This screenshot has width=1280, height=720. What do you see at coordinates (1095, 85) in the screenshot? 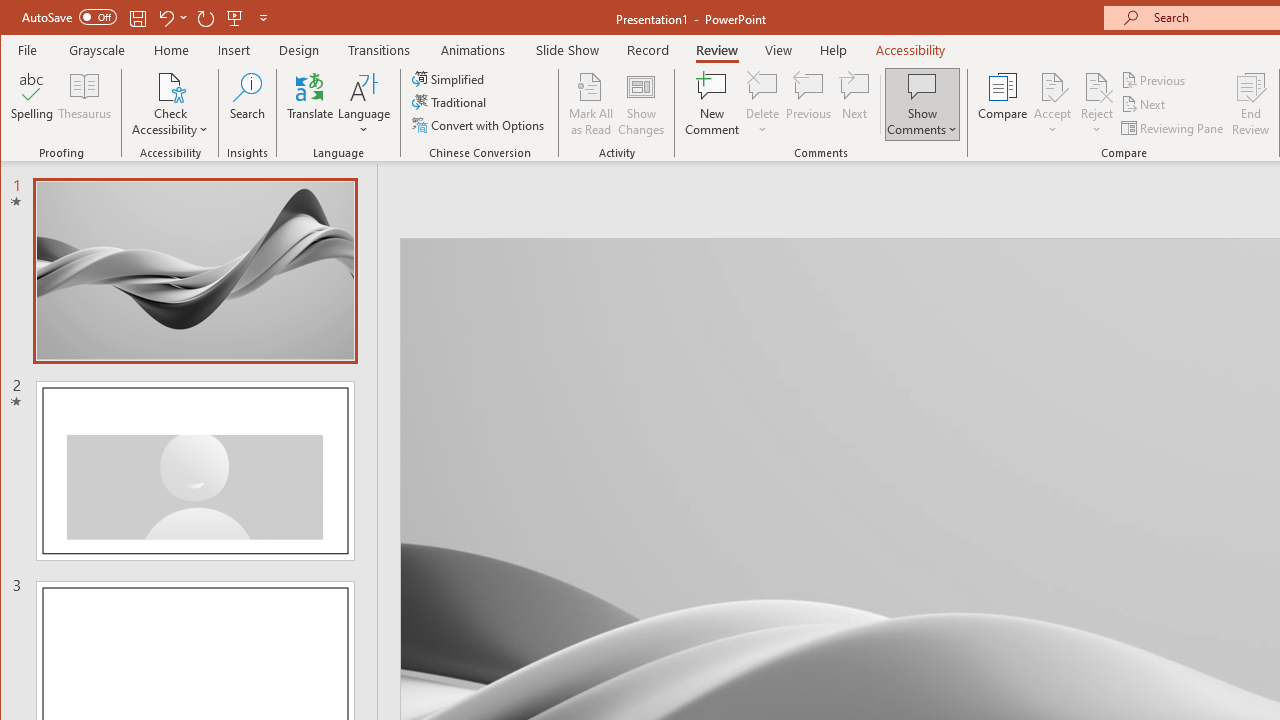
I see `'Reject Change'` at bounding box center [1095, 85].